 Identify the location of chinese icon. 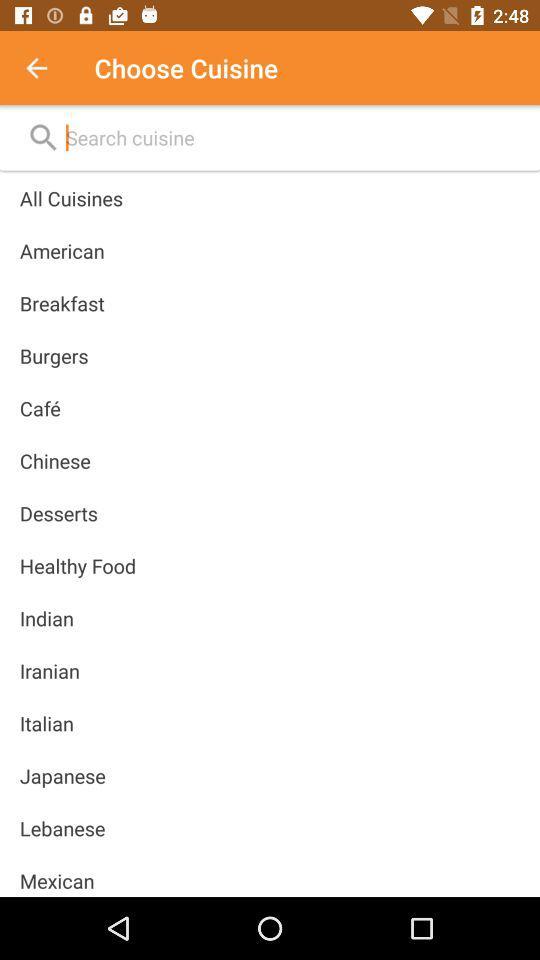
(55, 461).